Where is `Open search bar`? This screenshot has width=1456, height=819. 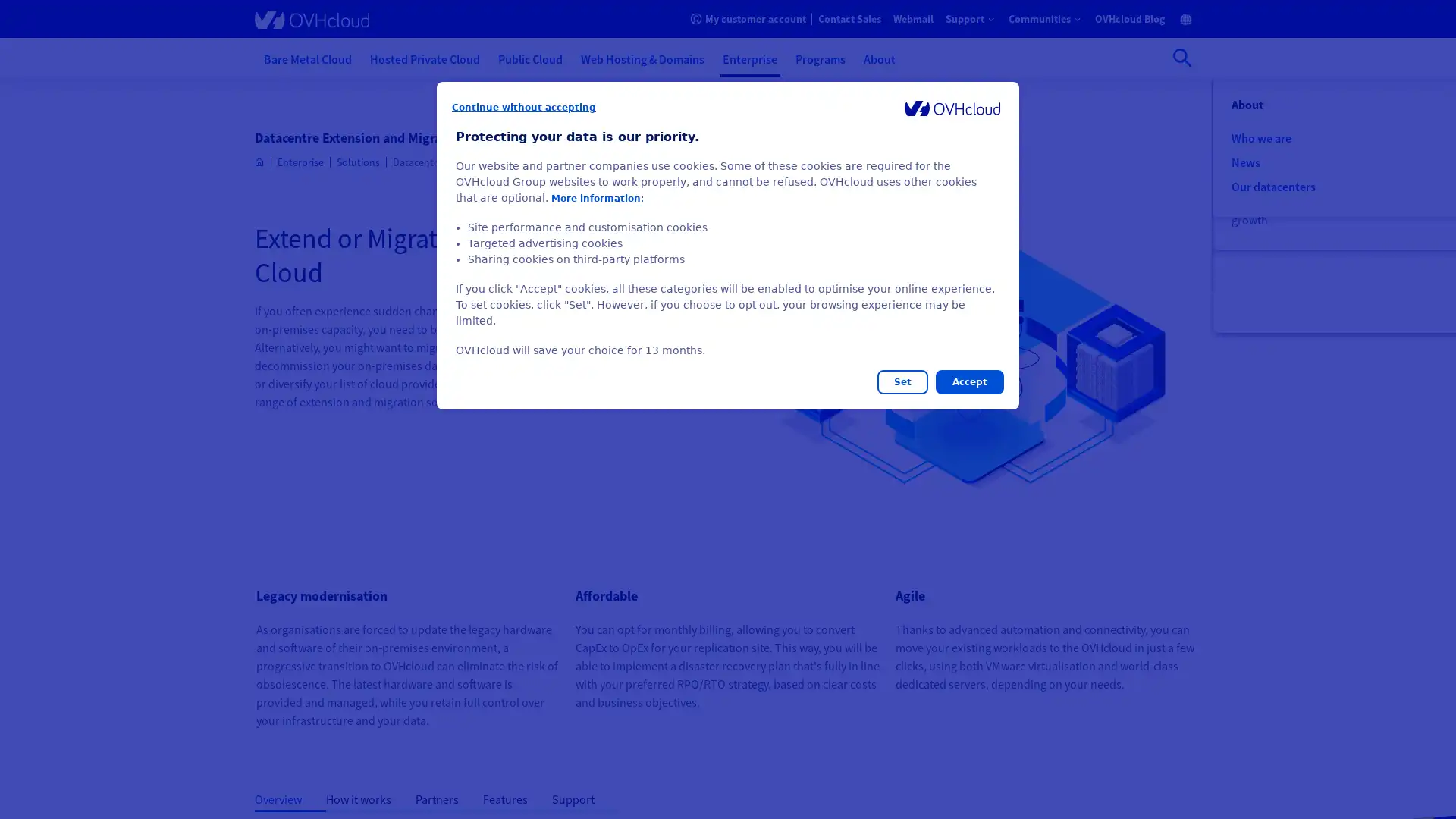 Open search bar is located at coordinates (1181, 57).